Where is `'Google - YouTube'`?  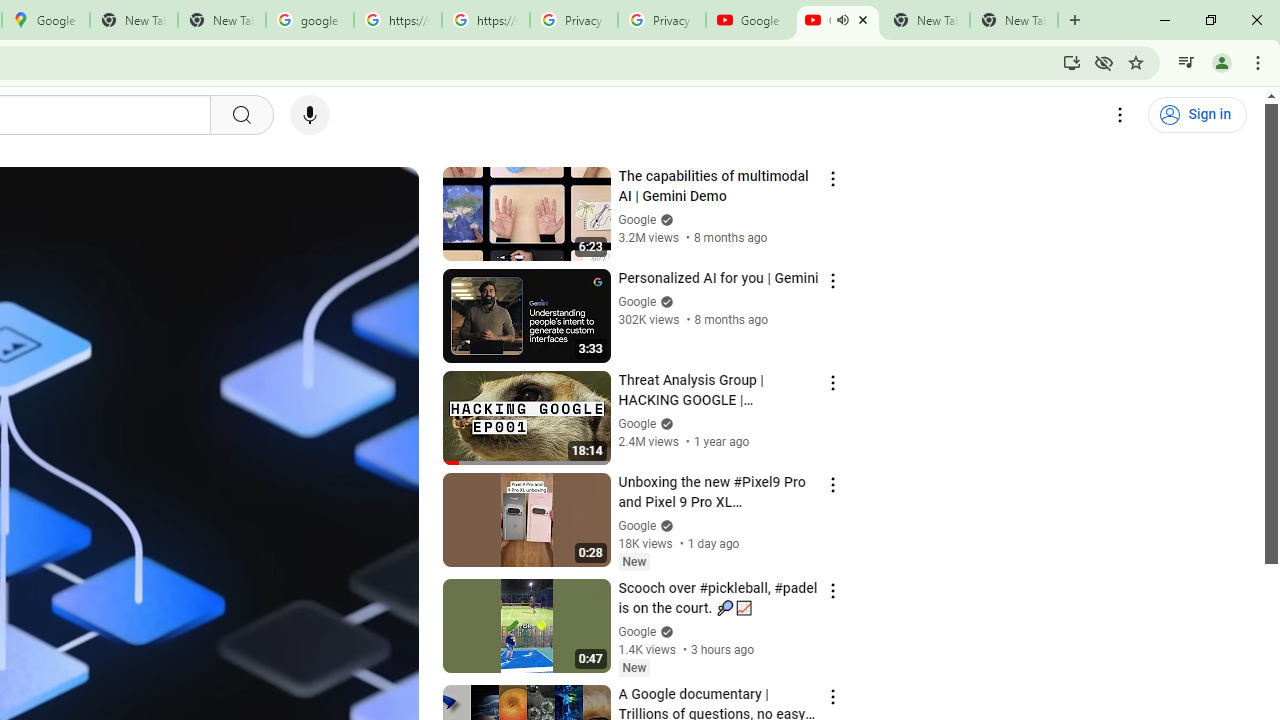 'Google - YouTube' is located at coordinates (749, 20).